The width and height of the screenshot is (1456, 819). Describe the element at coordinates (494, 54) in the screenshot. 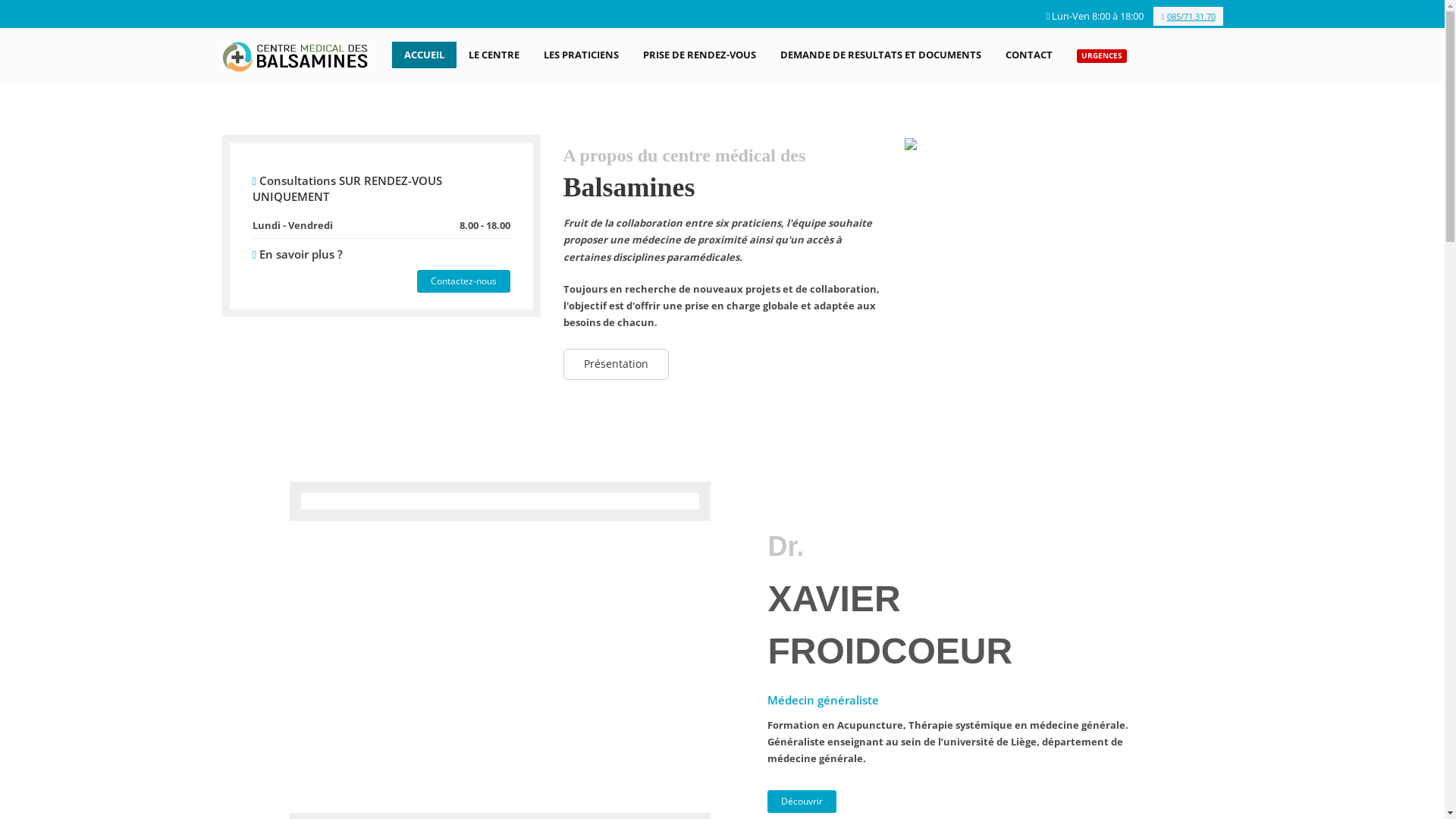

I see `'LE CENTRE'` at that location.